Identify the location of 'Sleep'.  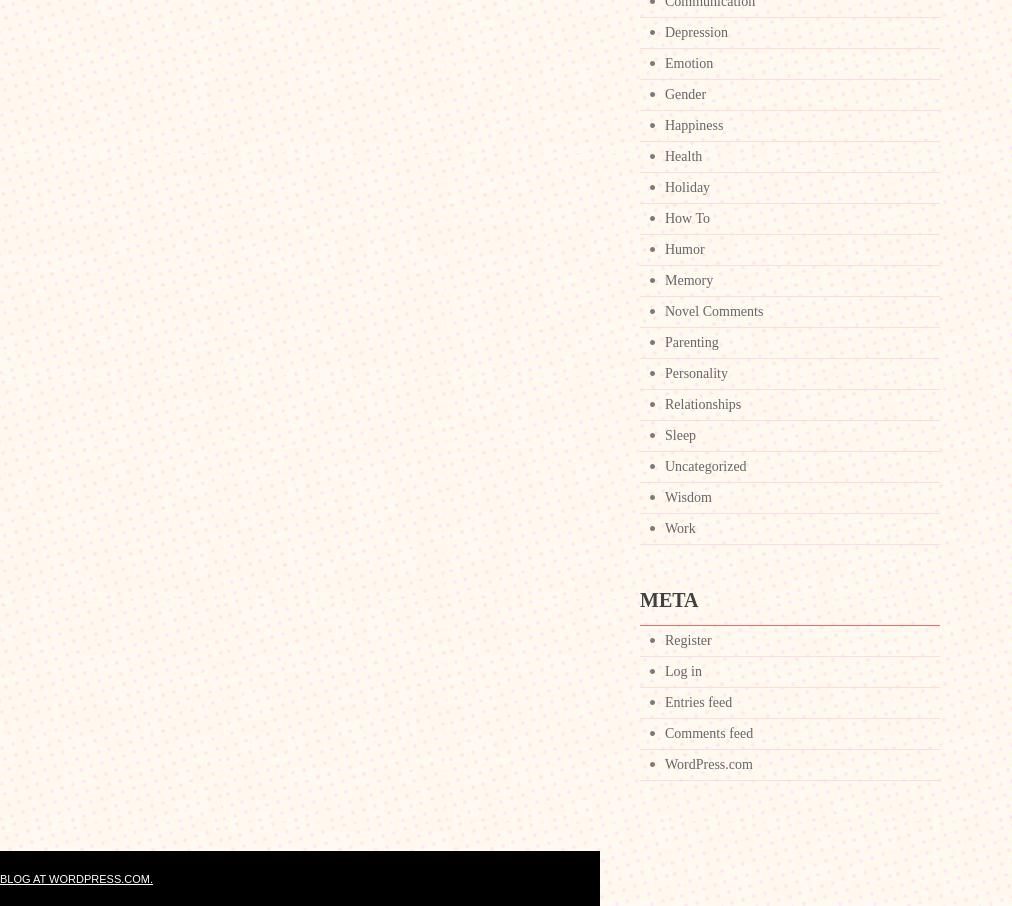
(680, 435).